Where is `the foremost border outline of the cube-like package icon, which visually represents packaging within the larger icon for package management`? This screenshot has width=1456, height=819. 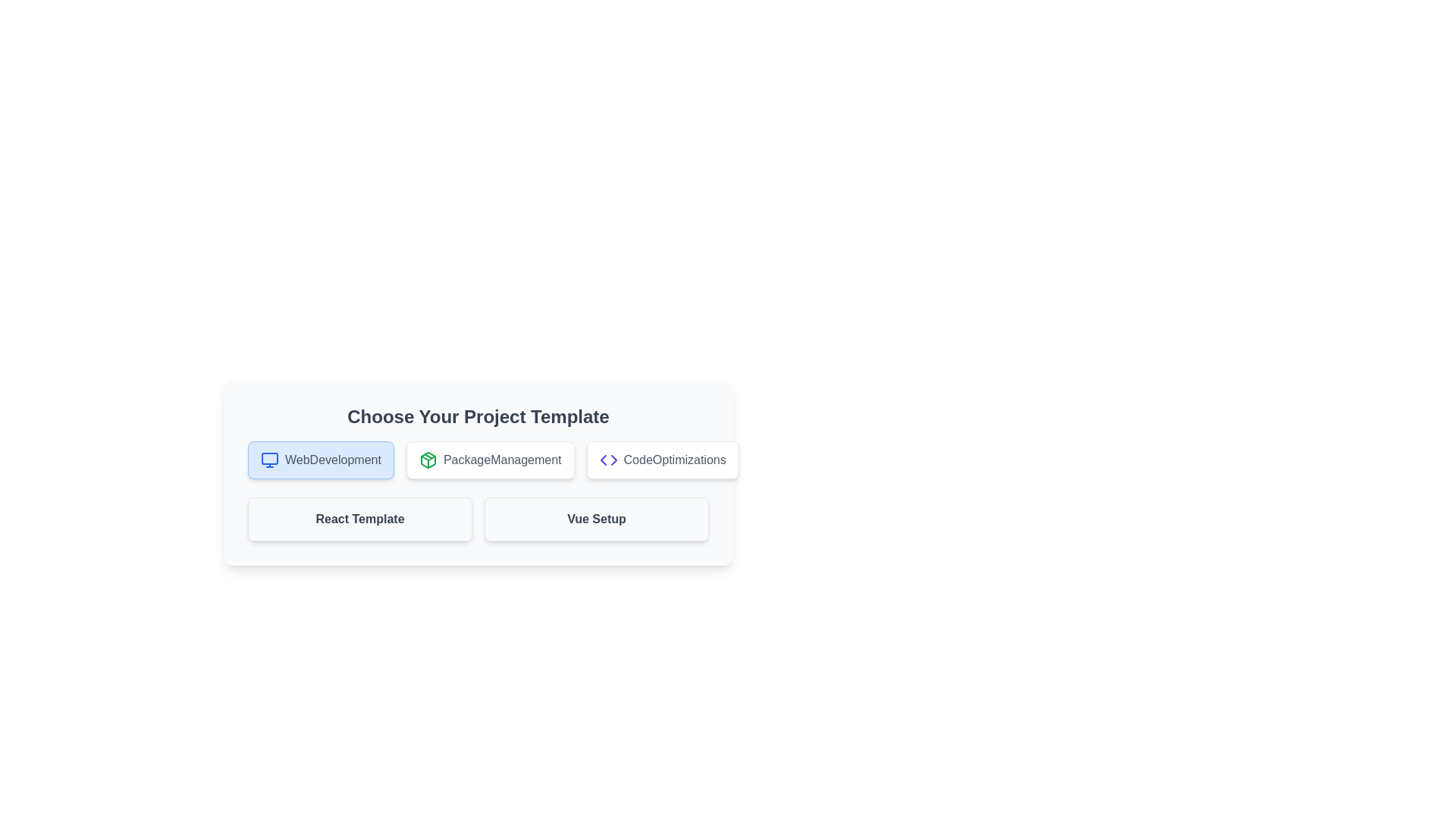
the foremost border outline of the cube-like package icon, which visually represents packaging within the larger icon for package management is located at coordinates (427, 459).